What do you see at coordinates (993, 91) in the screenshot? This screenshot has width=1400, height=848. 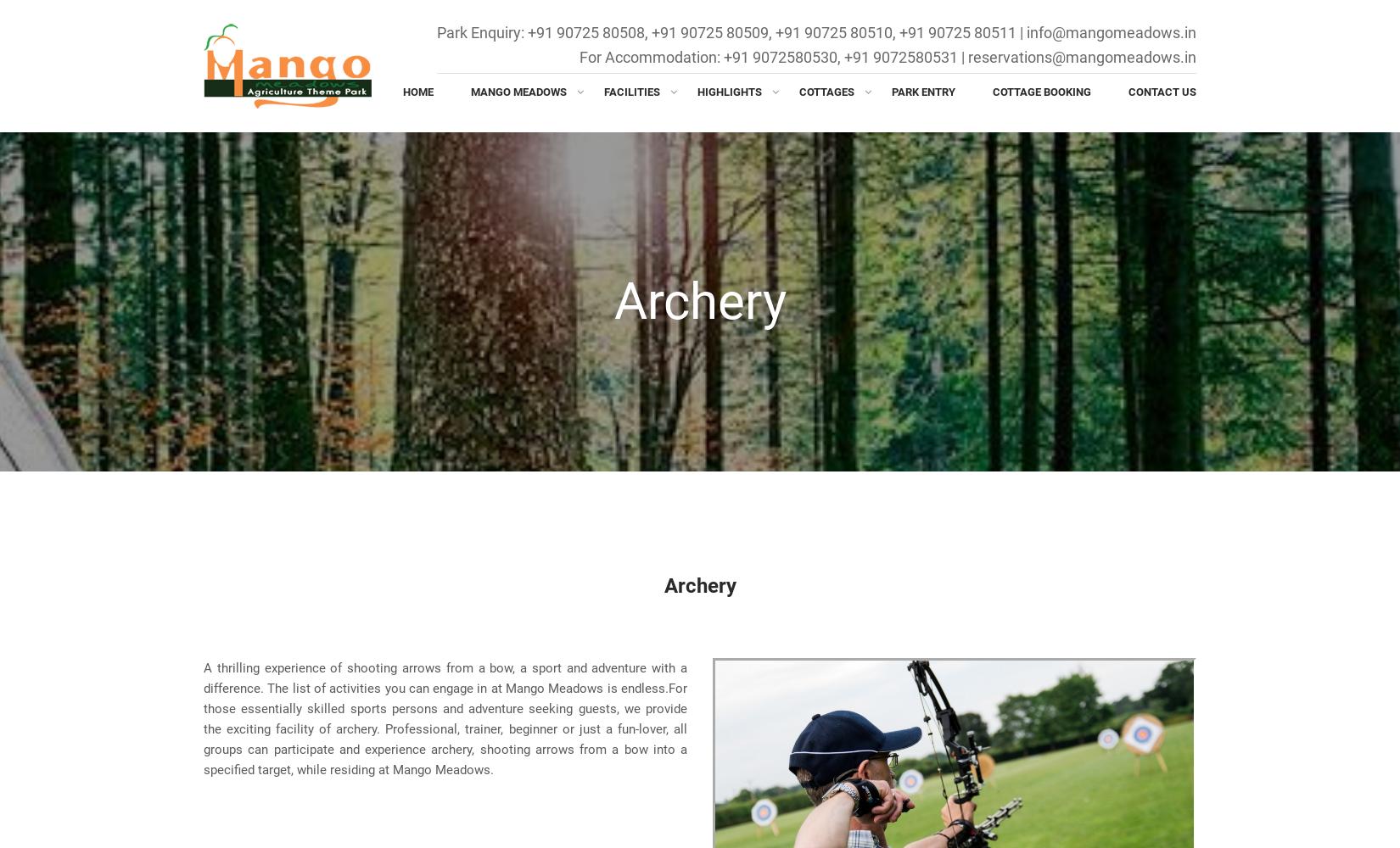 I see `'Cottage Booking'` at bounding box center [993, 91].